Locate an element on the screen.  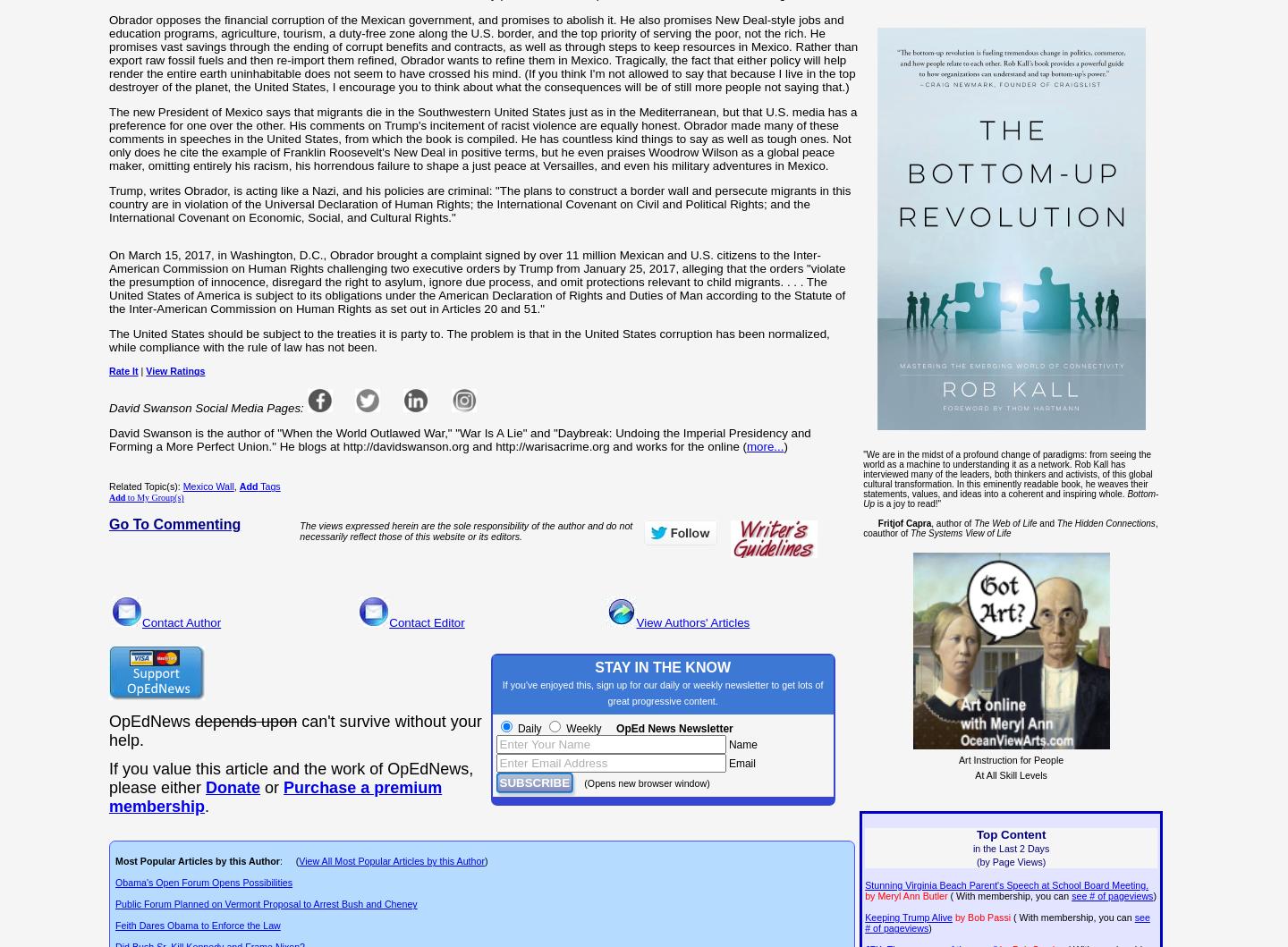
'On March 15, 2017, in Washington, D.C., Obrador brought a complaint signed by over 11 million Mexican and U.S. citizens to the Inter-American Commission on Human Rights challenging two executive orders by Trump from January 25, 2017, alleging that the orders "violate the presumption of innocence, disregard the right to asylum, ignore due process, and omit protections relevant to child migrants. . . . The United States of America is subject to its obligations under the American Declaration of Rights and Duties of Man according to the Statute of the Inter-American Commission on Human Rights as set out in Articles 20 and 51."' is located at coordinates (476, 281).